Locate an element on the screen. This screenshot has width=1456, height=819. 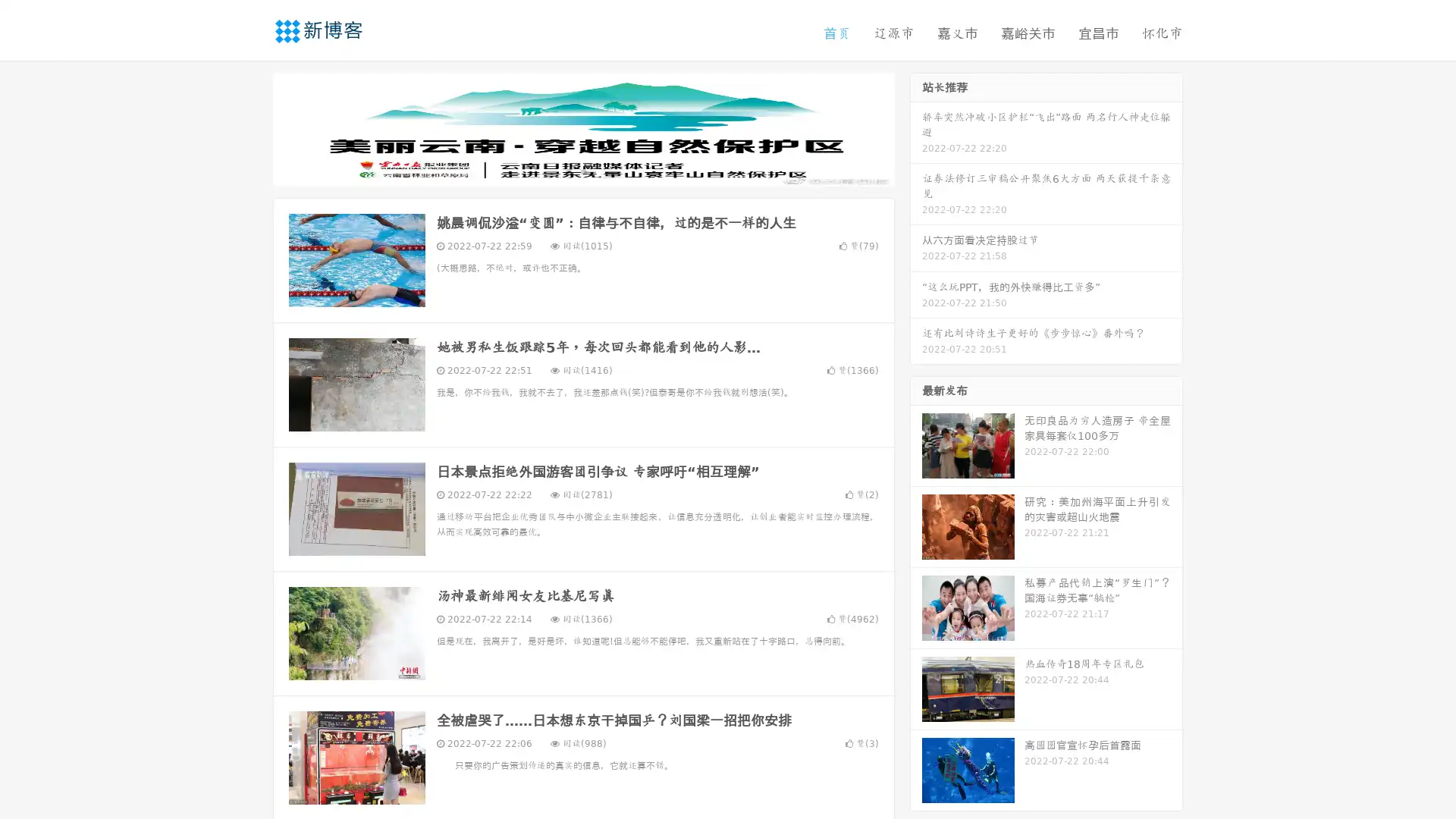
Go to slide 1 is located at coordinates (567, 171).